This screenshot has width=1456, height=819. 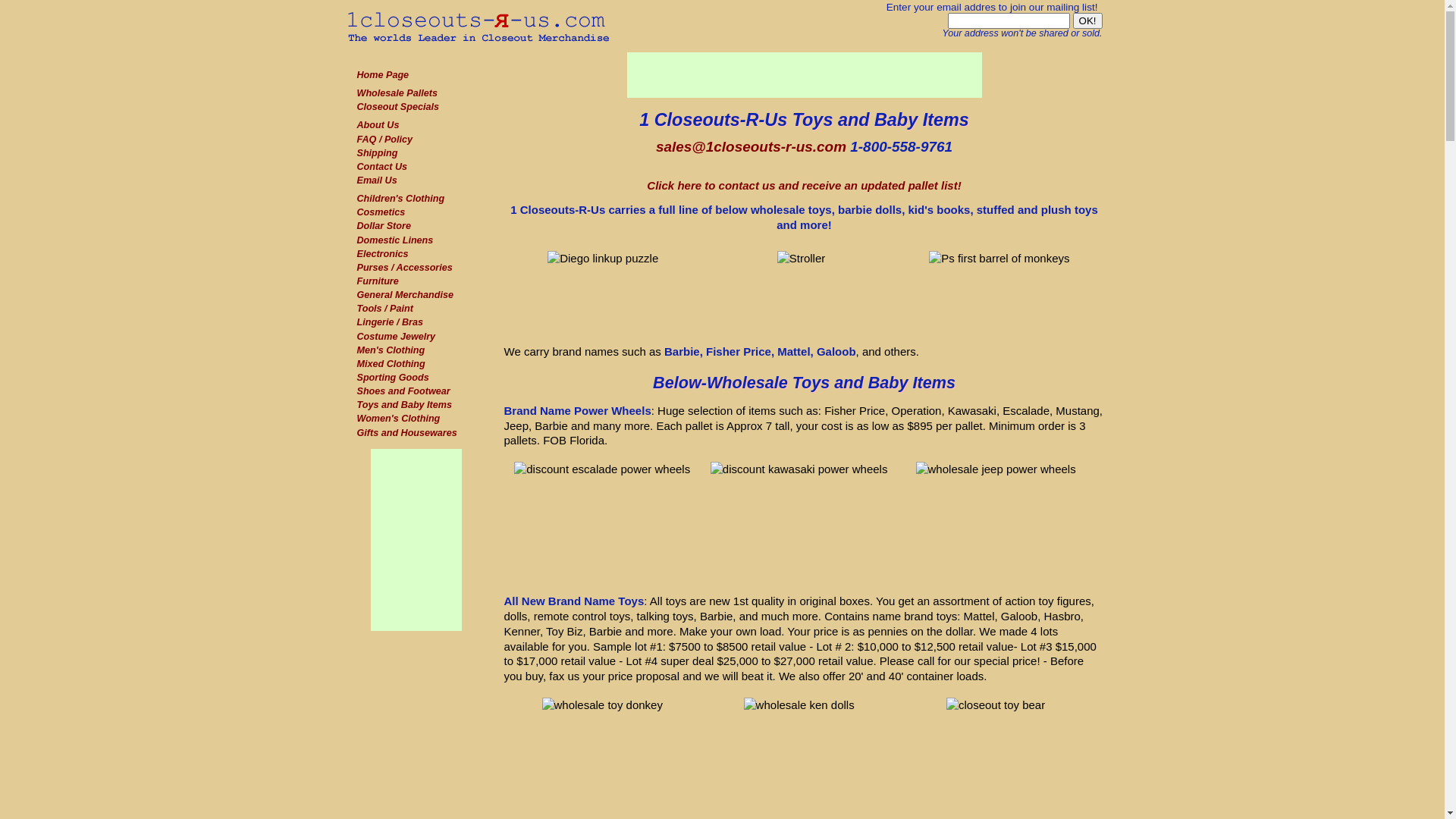 What do you see at coordinates (356, 253) in the screenshot?
I see `'Electronics'` at bounding box center [356, 253].